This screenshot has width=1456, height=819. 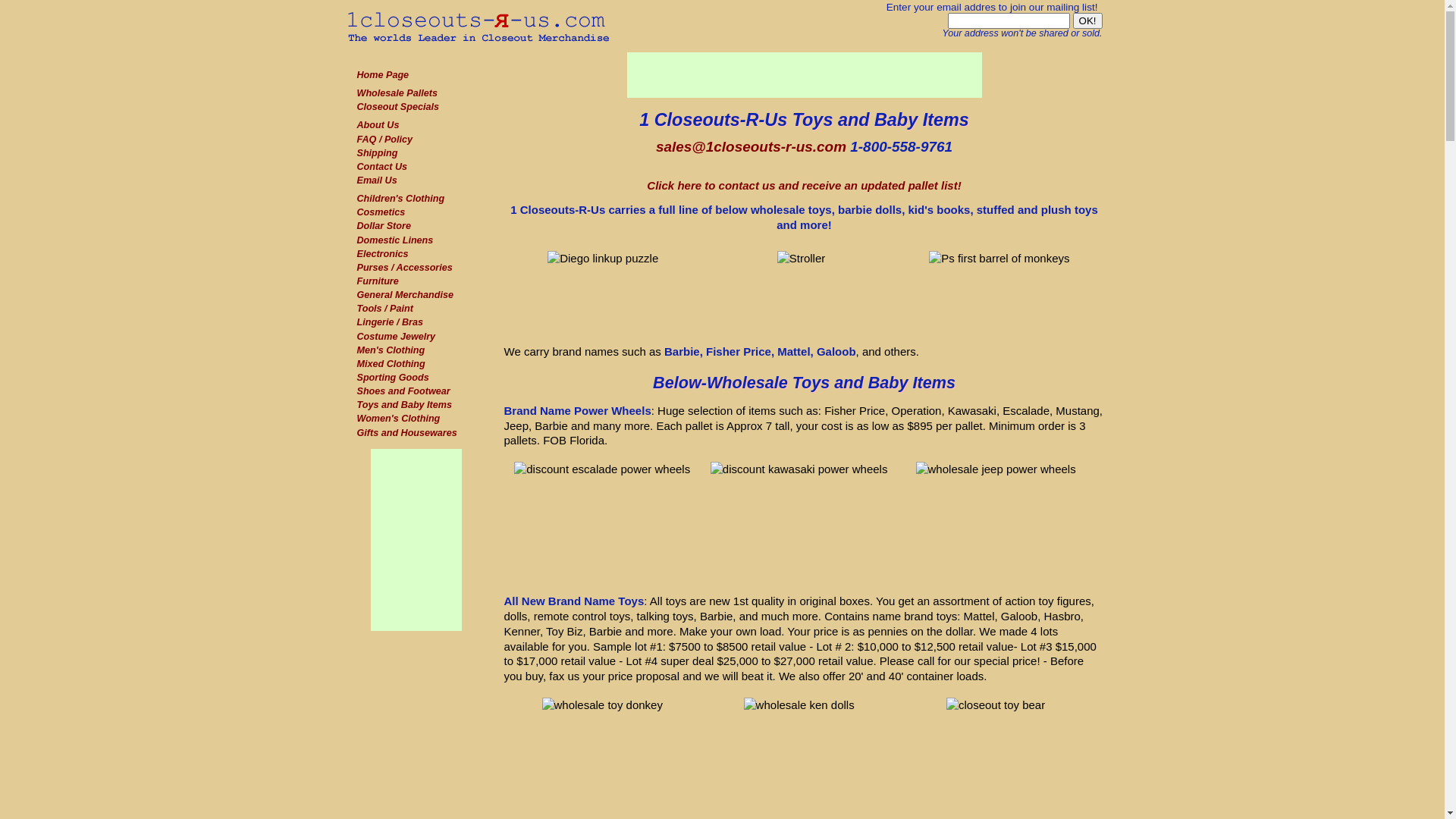 What do you see at coordinates (356, 253) in the screenshot?
I see `'Electronics'` at bounding box center [356, 253].